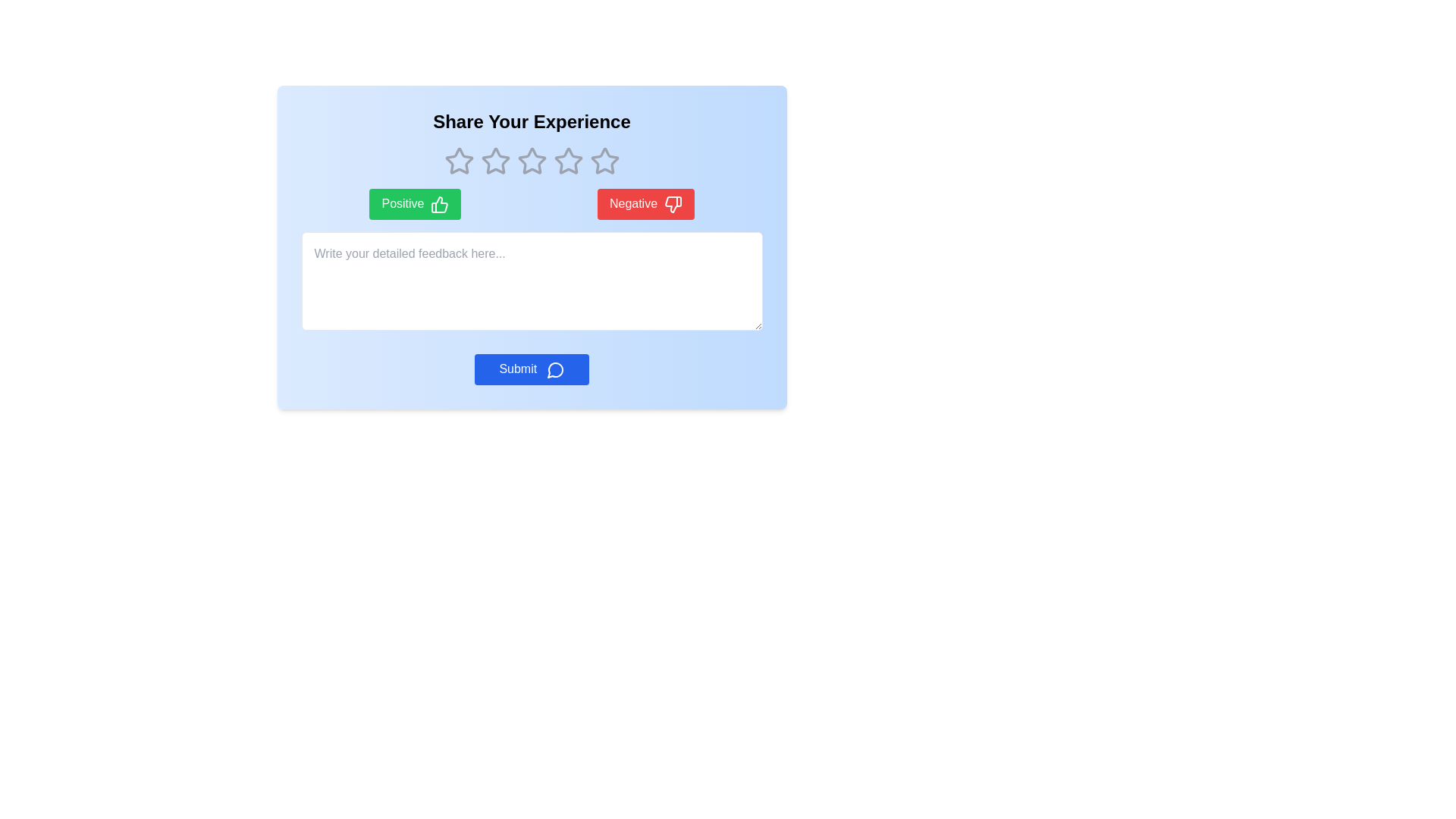 Image resolution: width=1456 pixels, height=819 pixels. Describe the element at coordinates (604, 161) in the screenshot. I see `the eighth star-shaped rating icon` at that location.